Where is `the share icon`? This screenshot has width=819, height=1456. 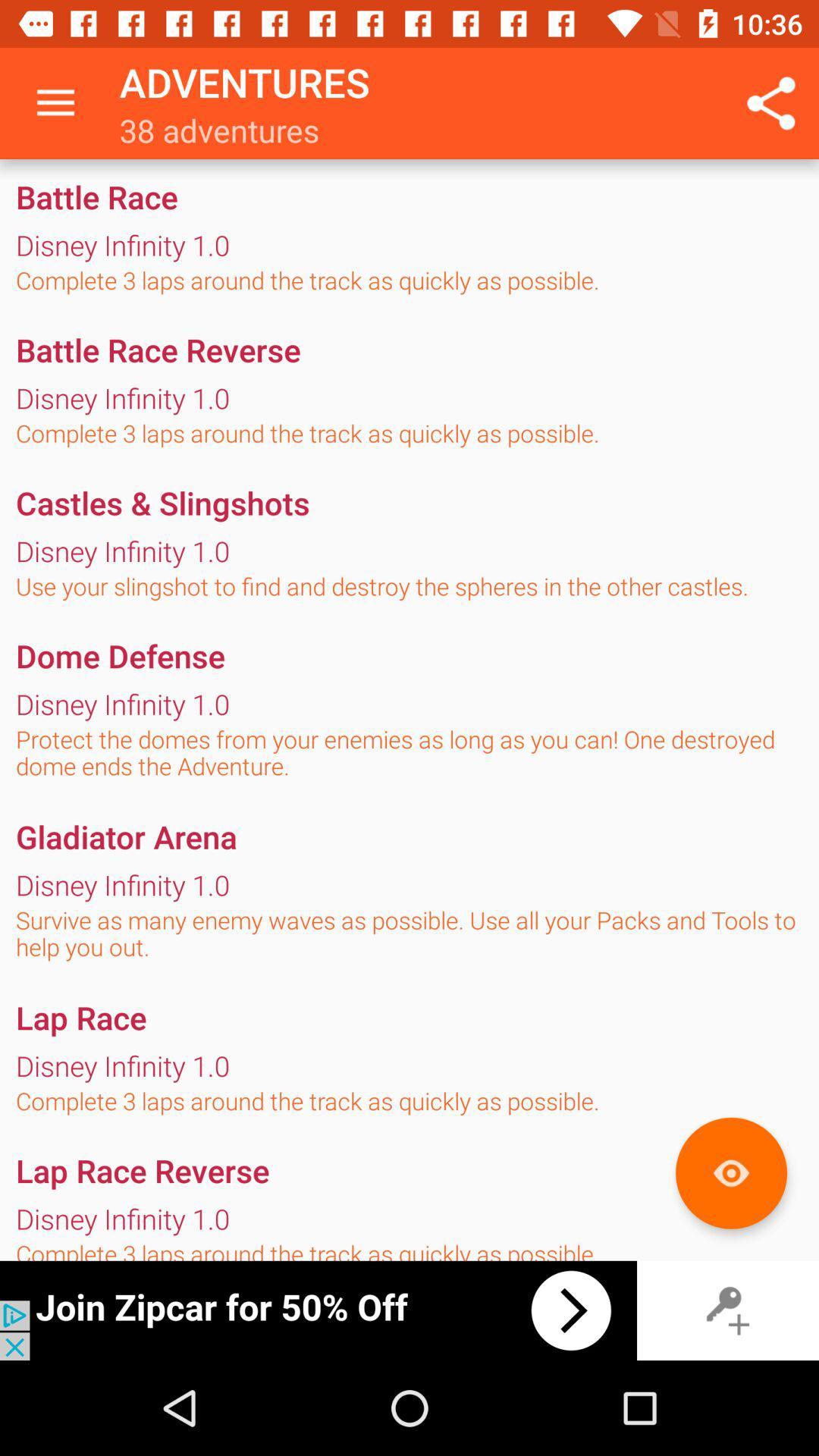 the share icon is located at coordinates (771, 103).